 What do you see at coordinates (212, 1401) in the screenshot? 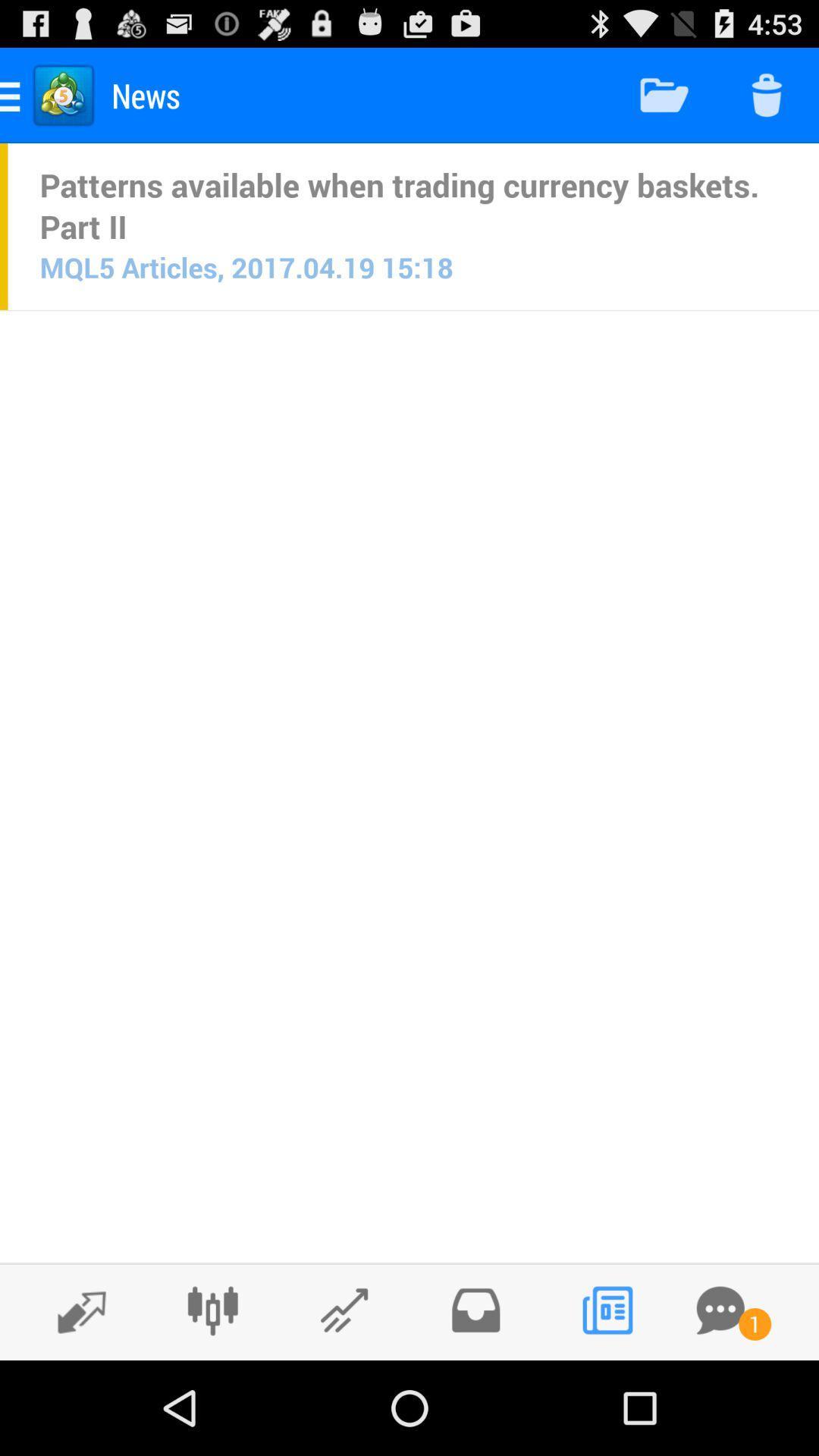
I see `the sliders icon` at bounding box center [212, 1401].